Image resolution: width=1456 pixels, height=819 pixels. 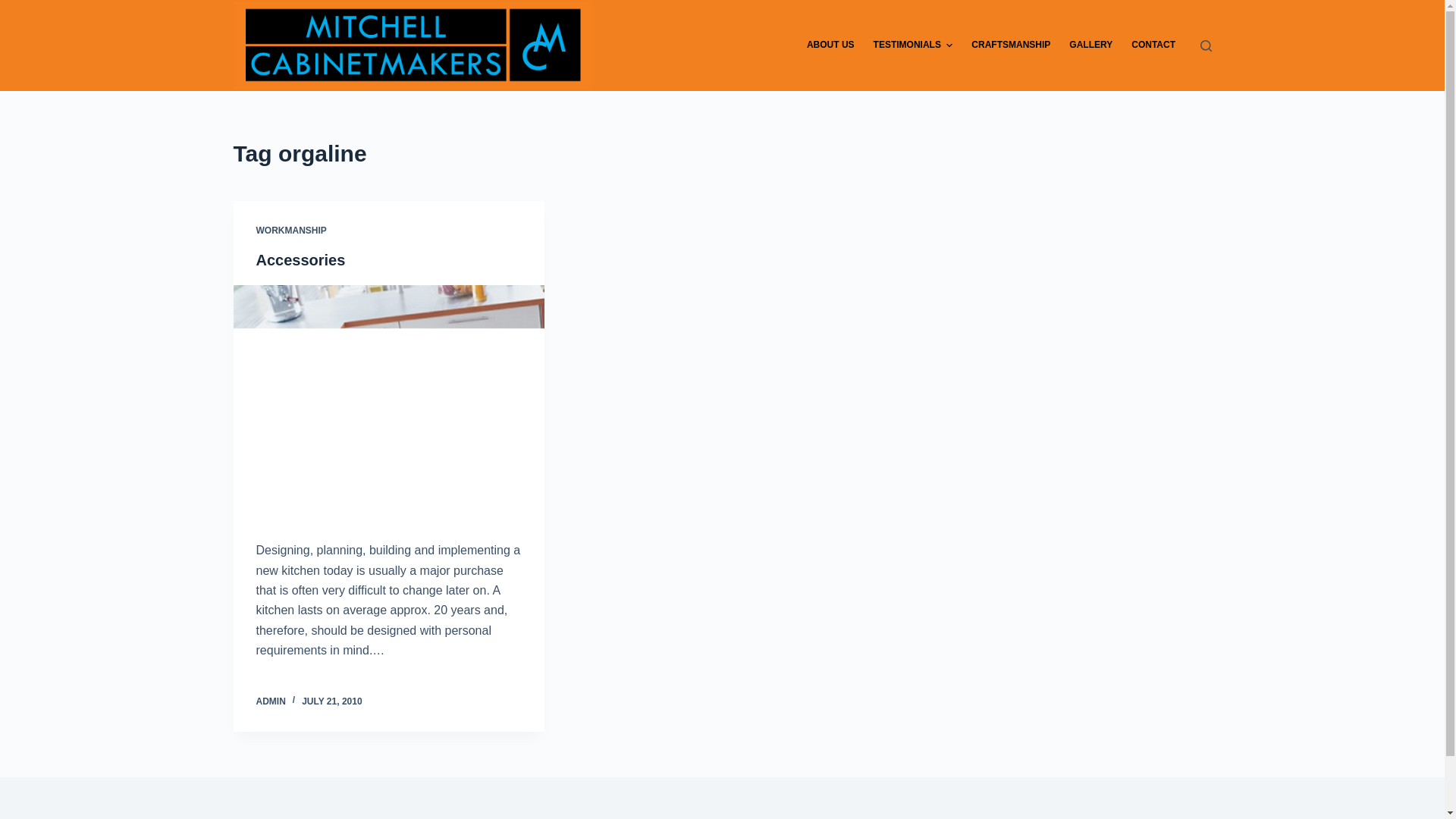 I want to click on 'Skip to content', so click(x=14, y=8).